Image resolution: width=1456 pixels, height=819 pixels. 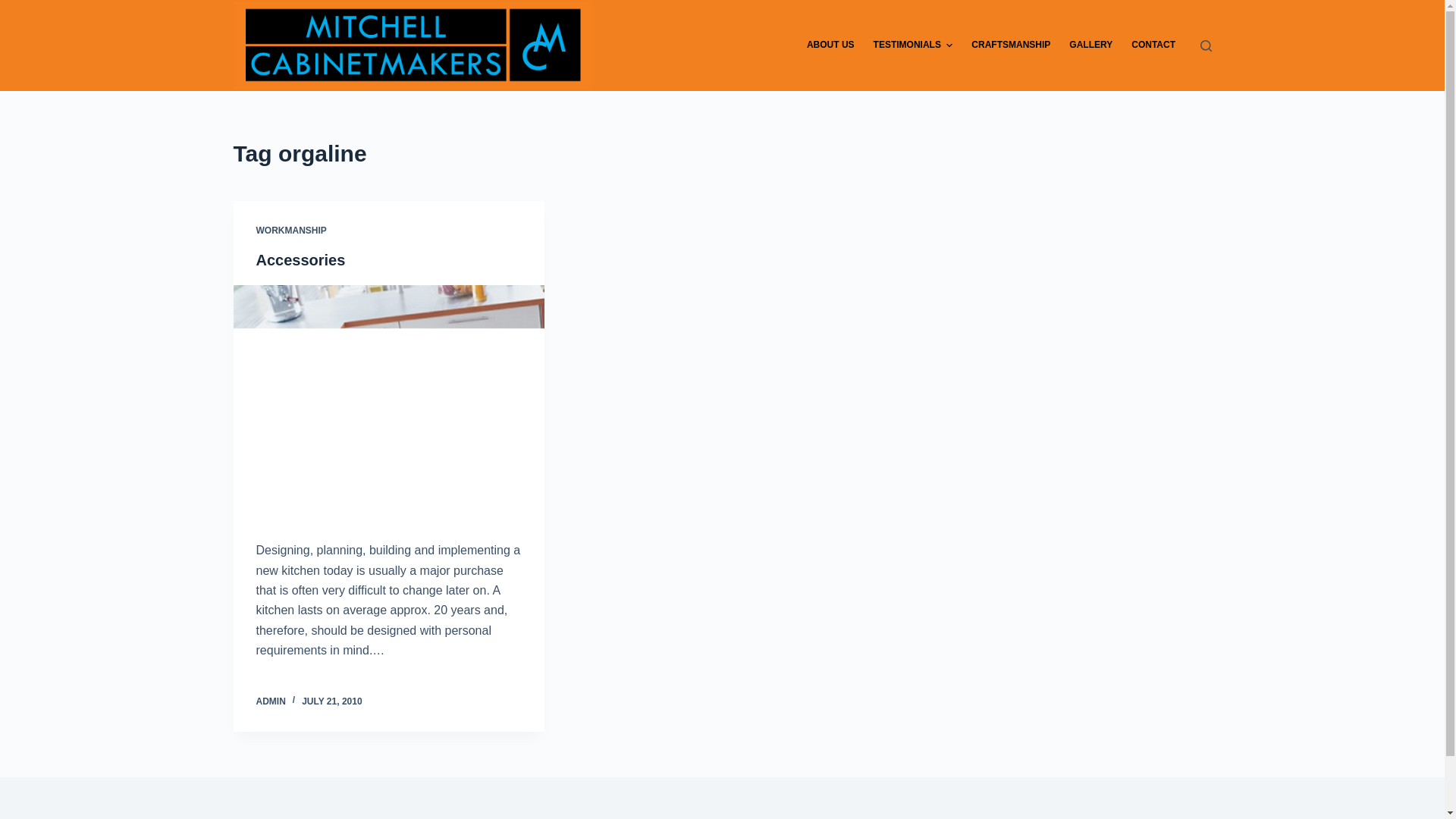 I want to click on 'Skip to content', so click(x=14, y=8).